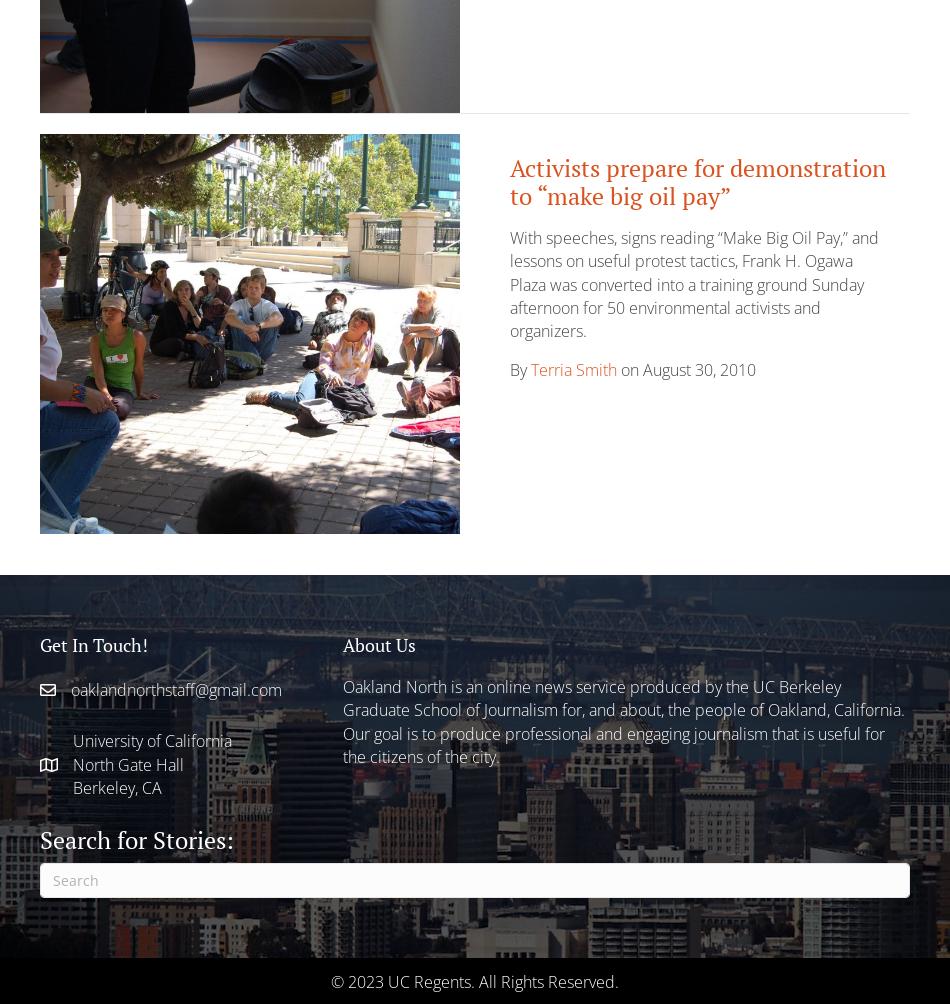 The width and height of the screenshot is (950, 1004). Describe the element at coordinates (625, 720) in the screenshot. I see `'Oakland North is an online news service produced by the UC Berkeley Graduate School of Journalism for, and about, the people of Oakland, California.  Our goal is to produce professional and engaging journalism that is useful for the citizens of the city.'` at that location.